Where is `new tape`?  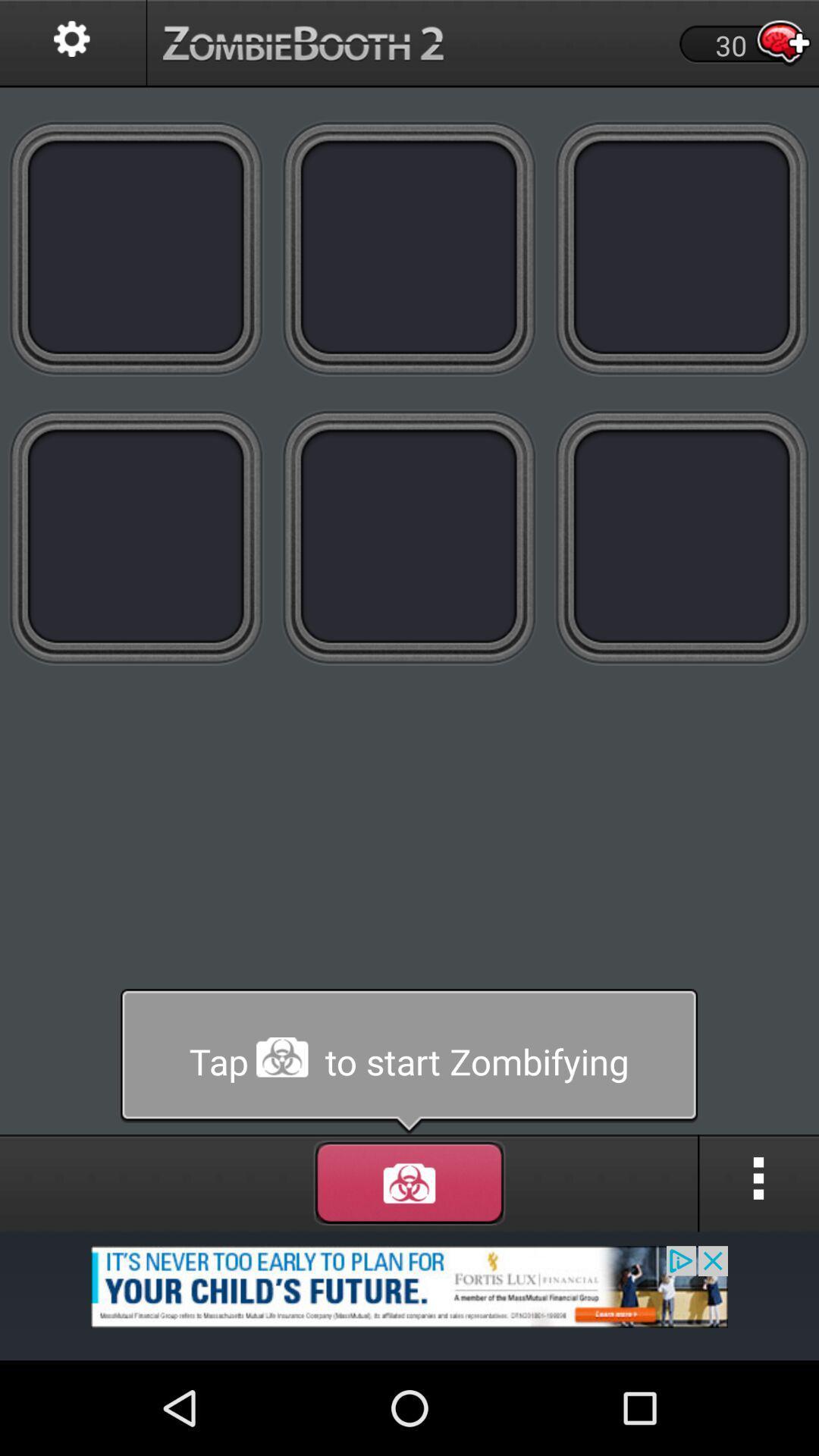
new tape is located at coordinates (681, 247).